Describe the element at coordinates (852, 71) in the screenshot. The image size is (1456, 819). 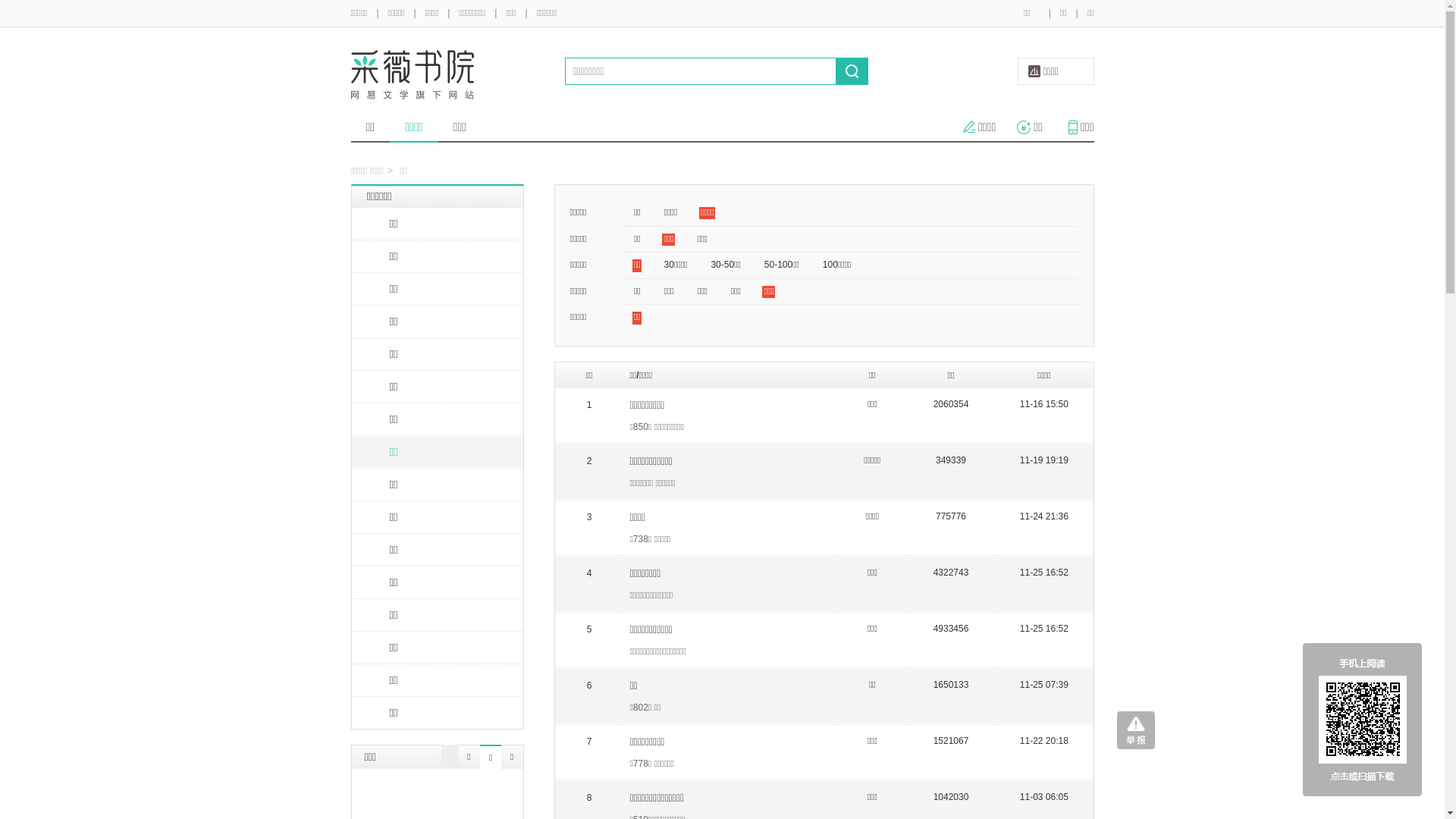
I see `'    '` at that location.